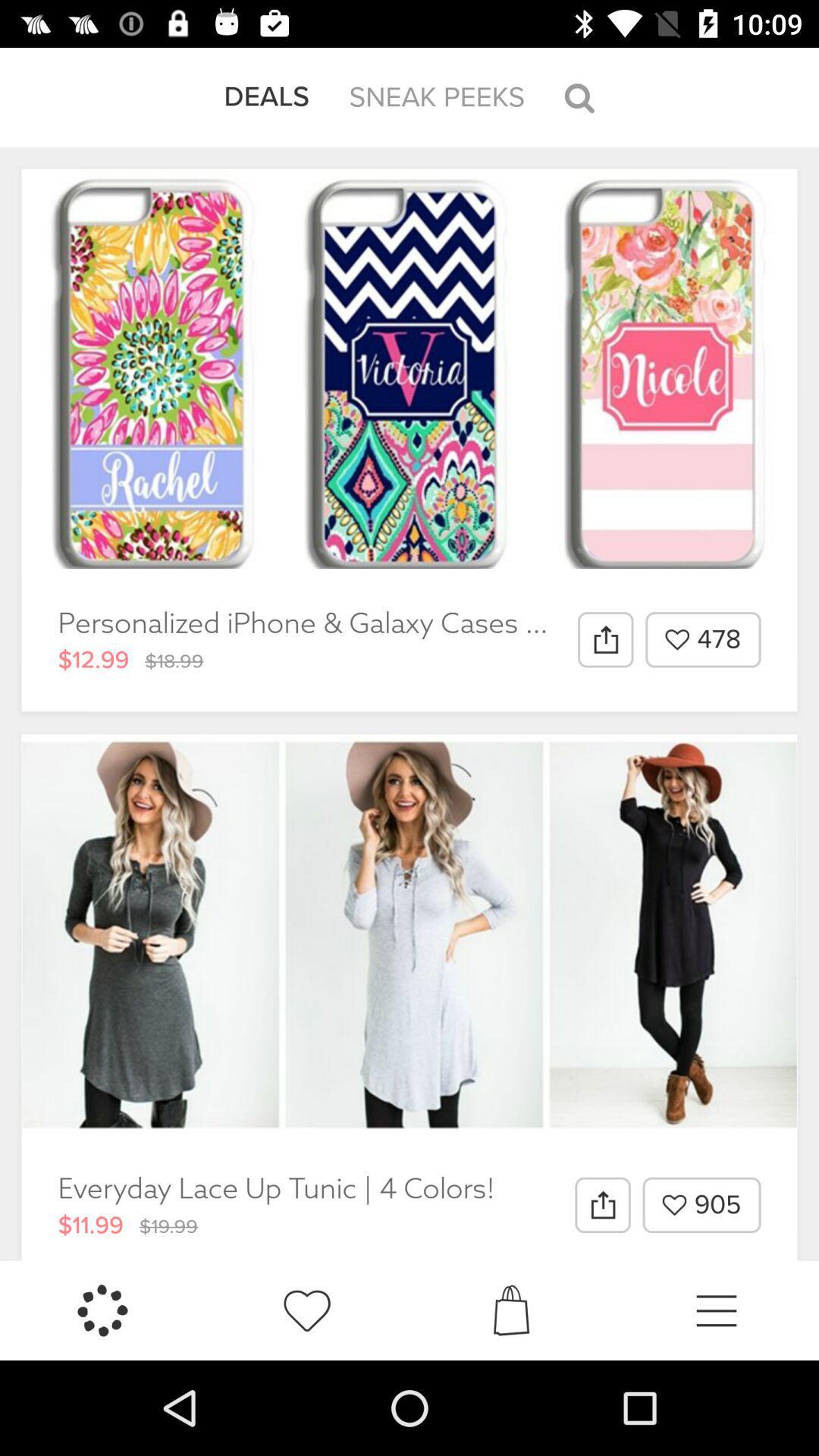  I want to click on the item to the right of everyday lace up item, so click(601, 1204).